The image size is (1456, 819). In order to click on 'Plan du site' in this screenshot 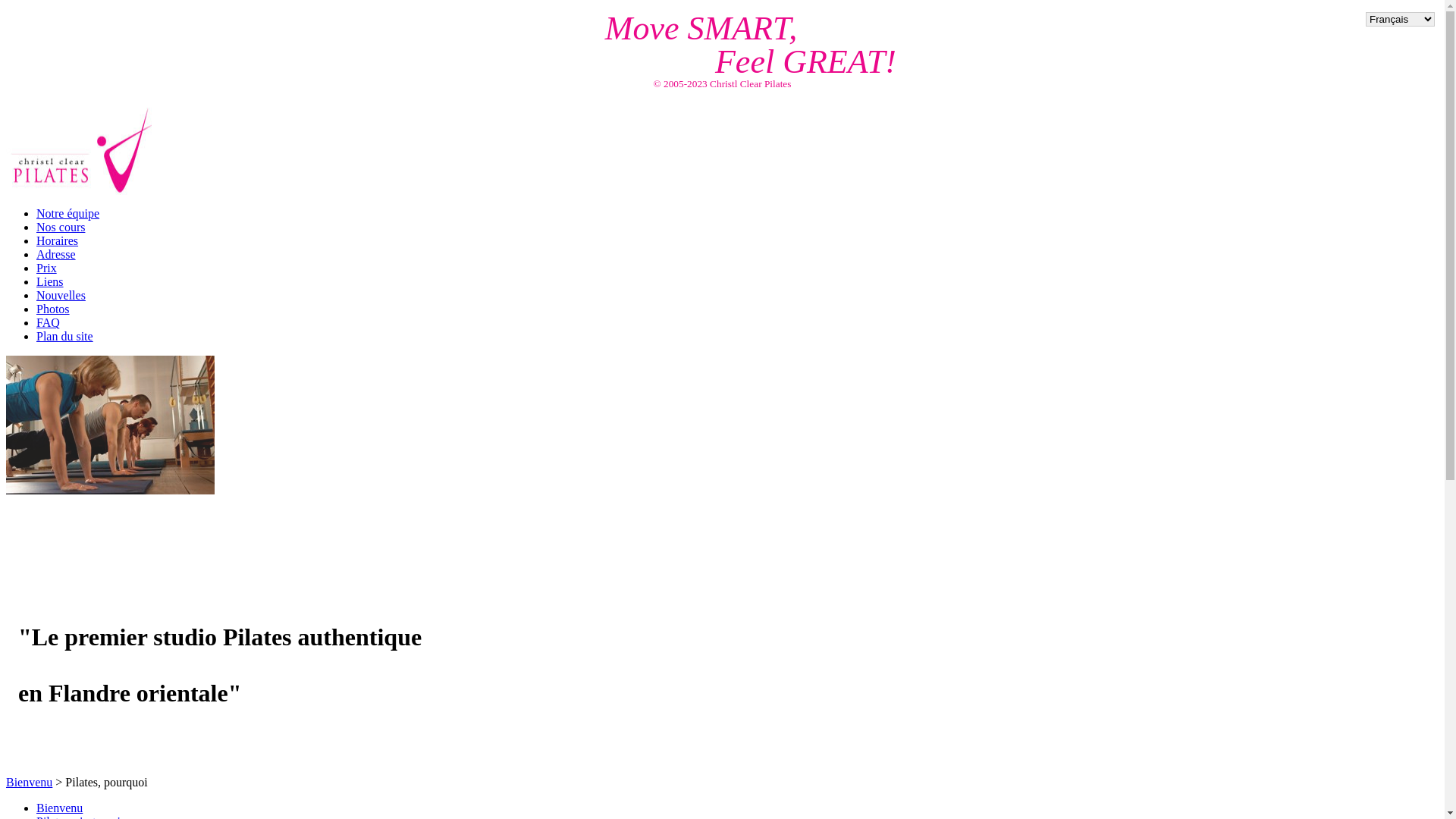, I will do `click(36, 335)`.